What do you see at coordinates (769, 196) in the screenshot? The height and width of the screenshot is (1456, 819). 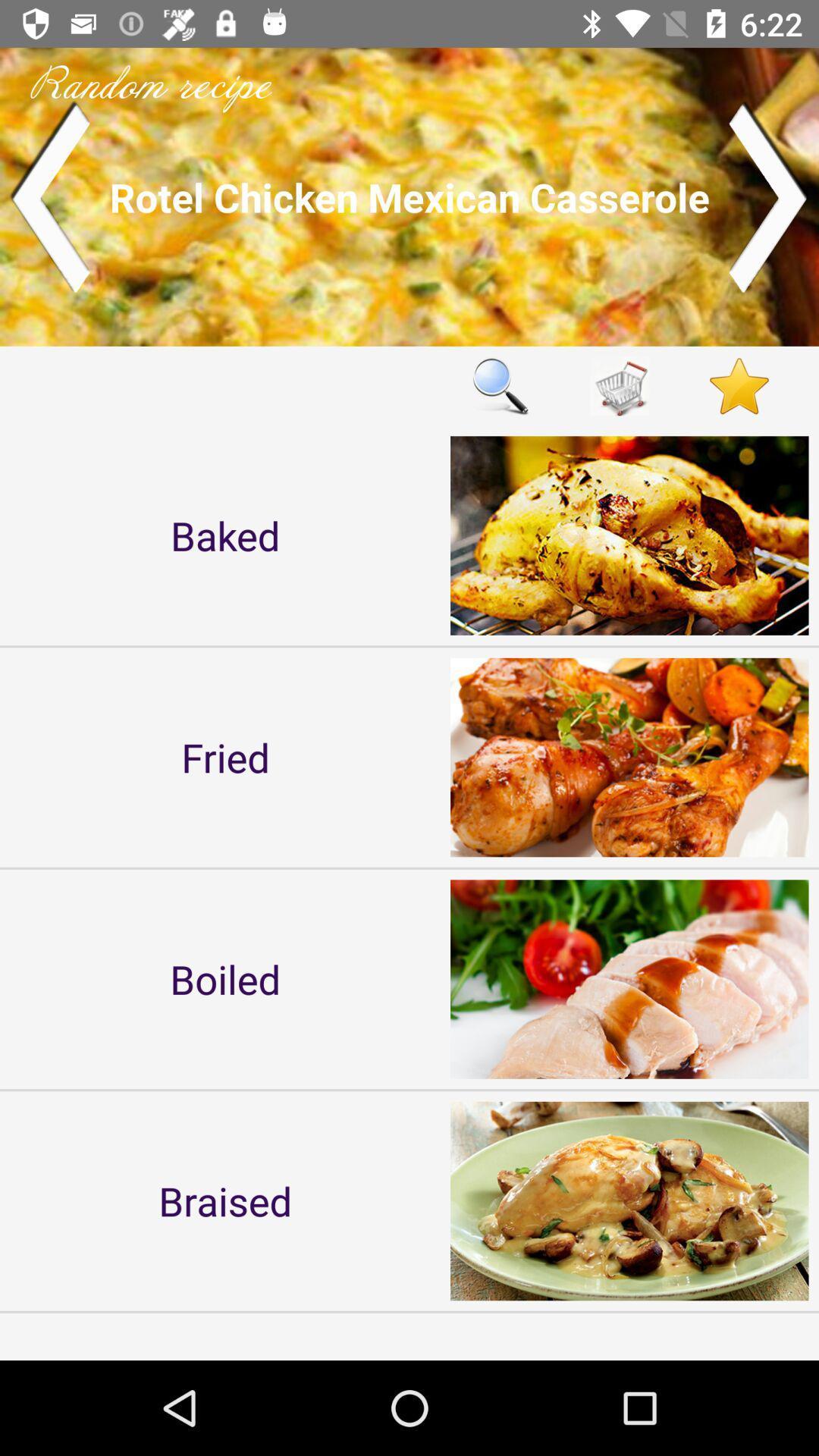 I see `next option` at bounding box center [769, 196].